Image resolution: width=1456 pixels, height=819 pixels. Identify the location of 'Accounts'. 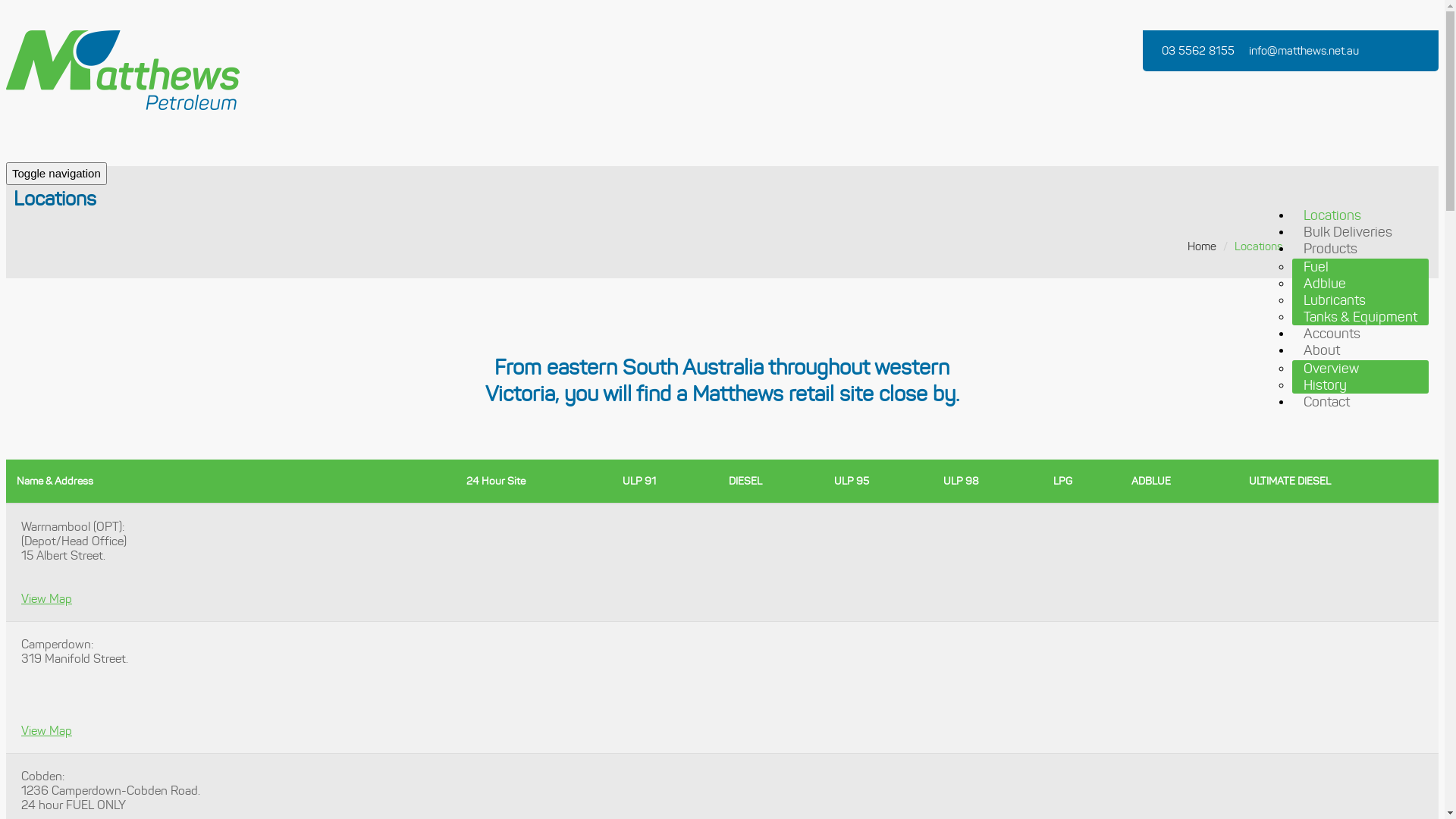
(1331, 332).